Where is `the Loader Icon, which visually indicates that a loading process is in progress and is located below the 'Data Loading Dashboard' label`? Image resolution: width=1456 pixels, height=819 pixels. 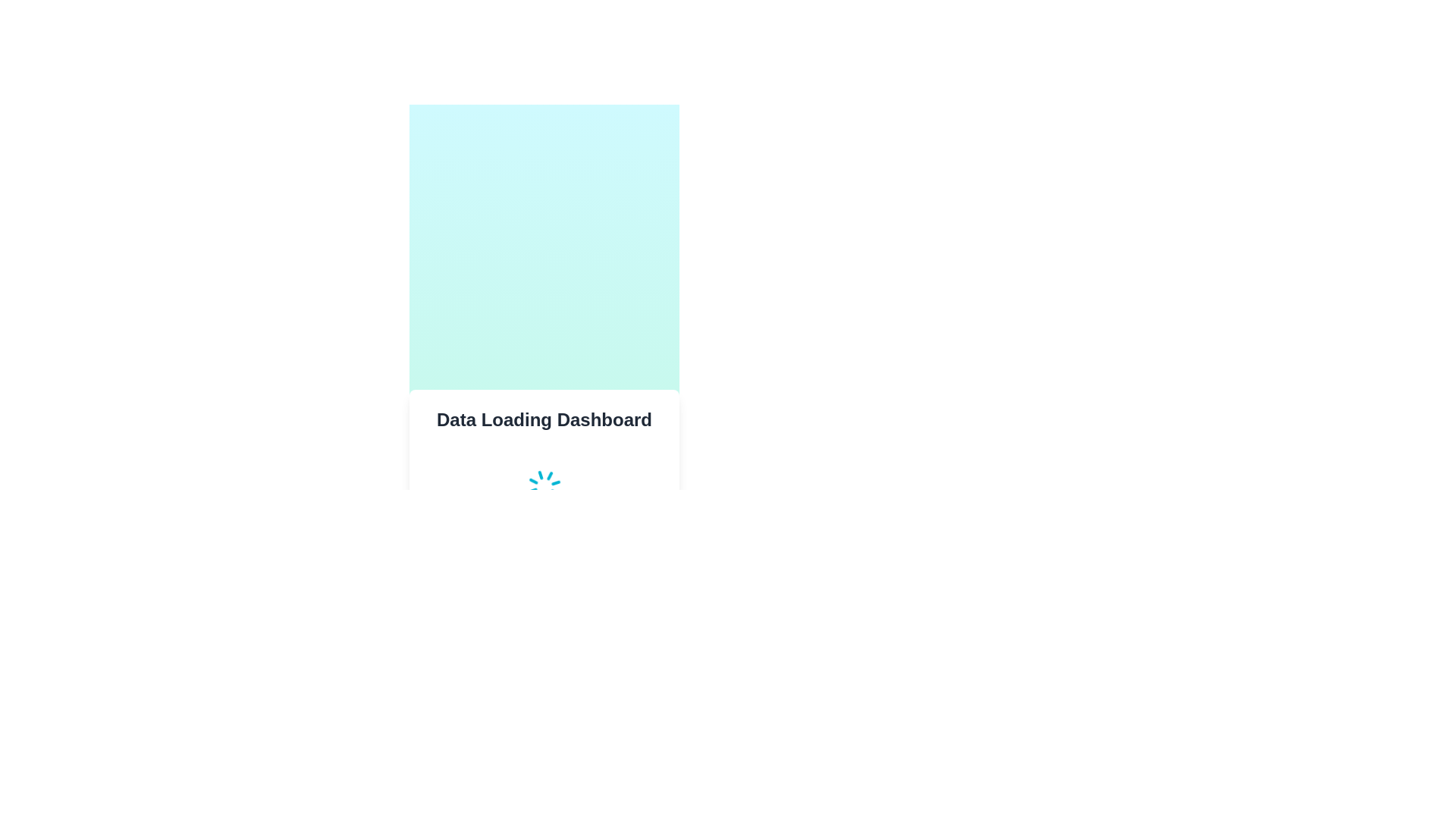 the Loader Icon, which visually indicates that a loading process is in progress and is located below the 'Data Loading Dashboard' label is located at coordinates (544, 486).